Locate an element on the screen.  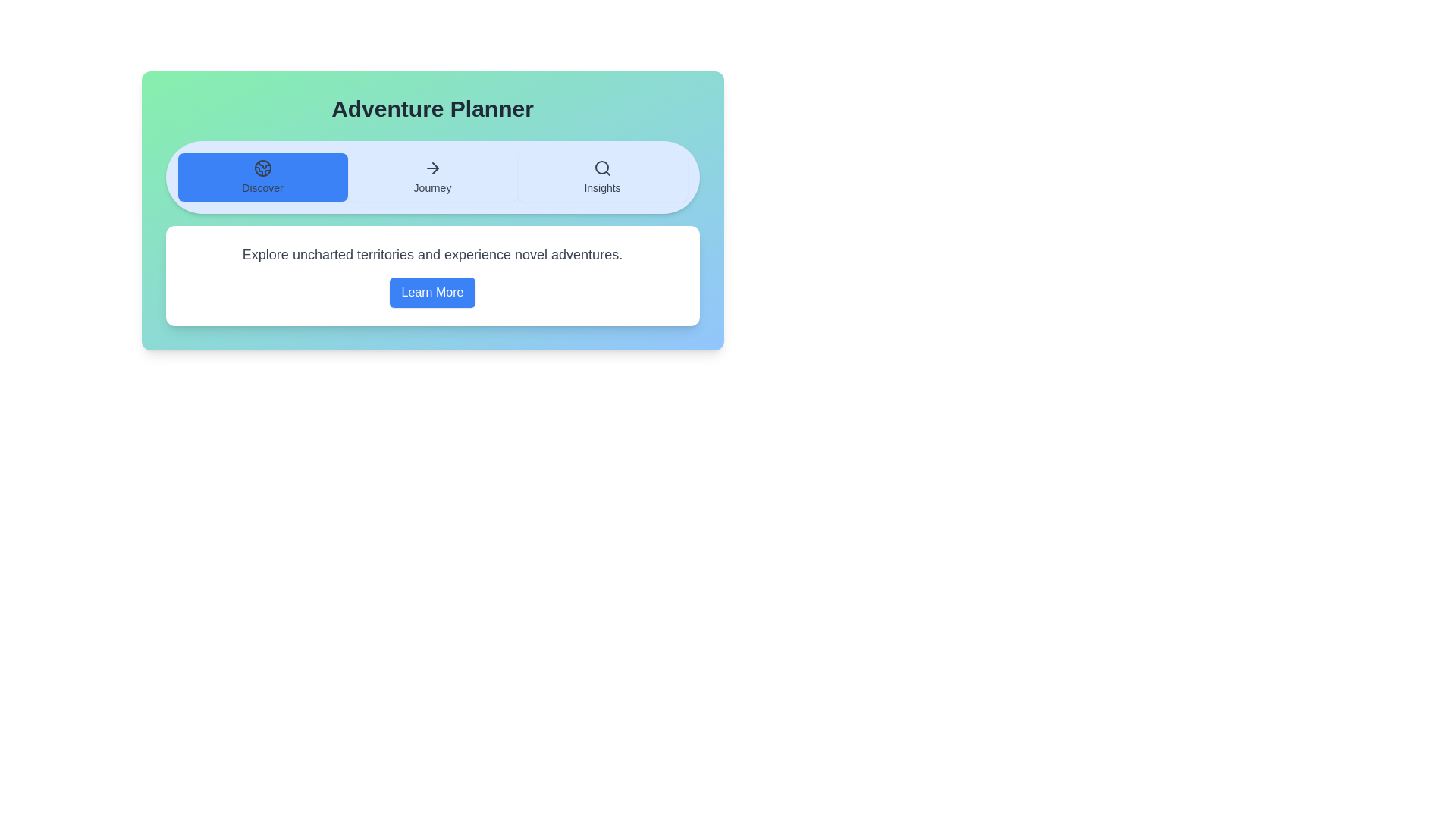
the decorative 'Discover' icon located towards the upper center of the blue button labeled 'Discover' is located at coordinates (264, 165).